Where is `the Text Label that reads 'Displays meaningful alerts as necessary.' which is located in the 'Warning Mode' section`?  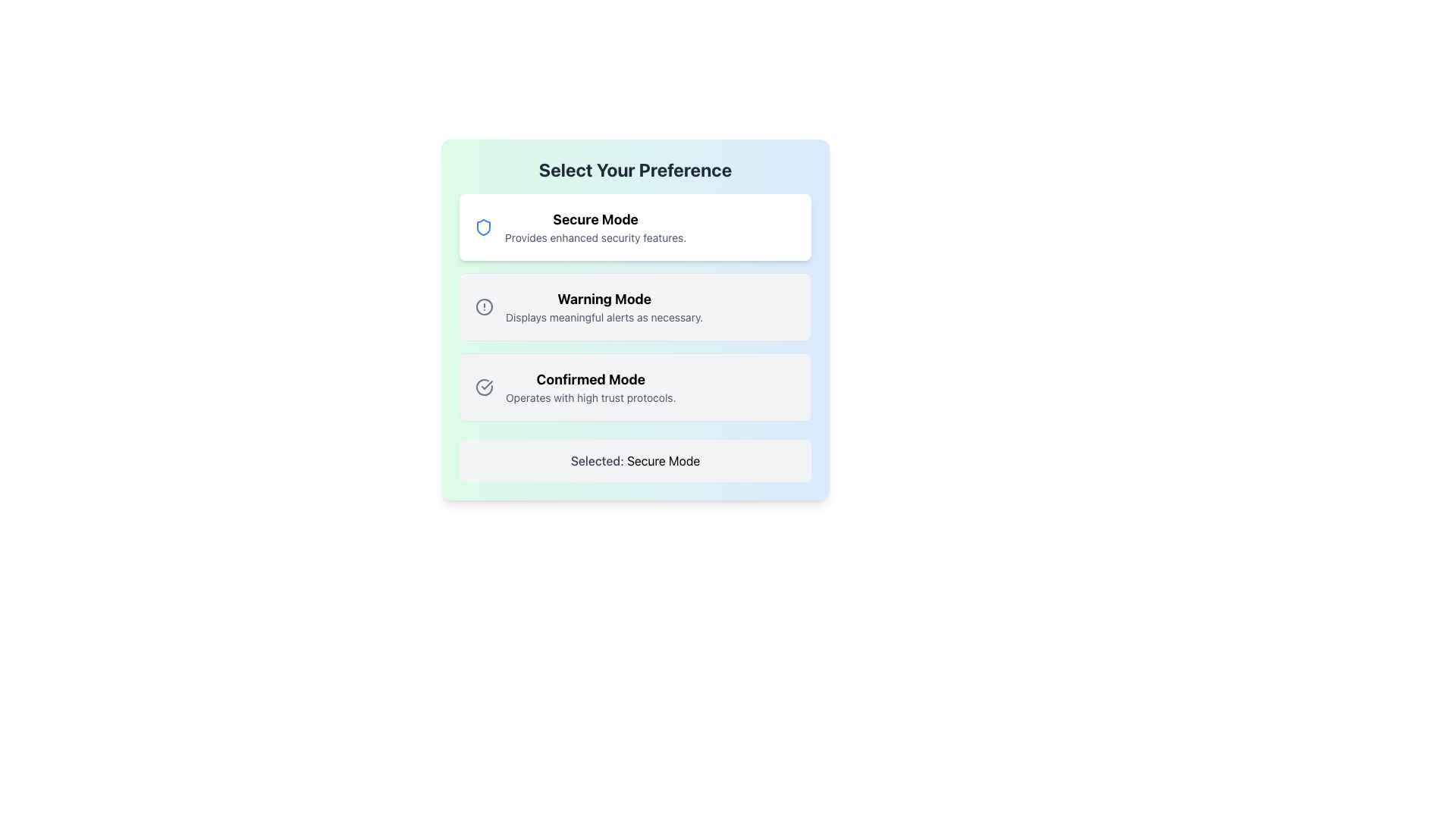
the Text Label that reads 'Displays meaningful alerts as necessary.' which is located in the 'Warning Mode' section is located at coordinates (604, 317).